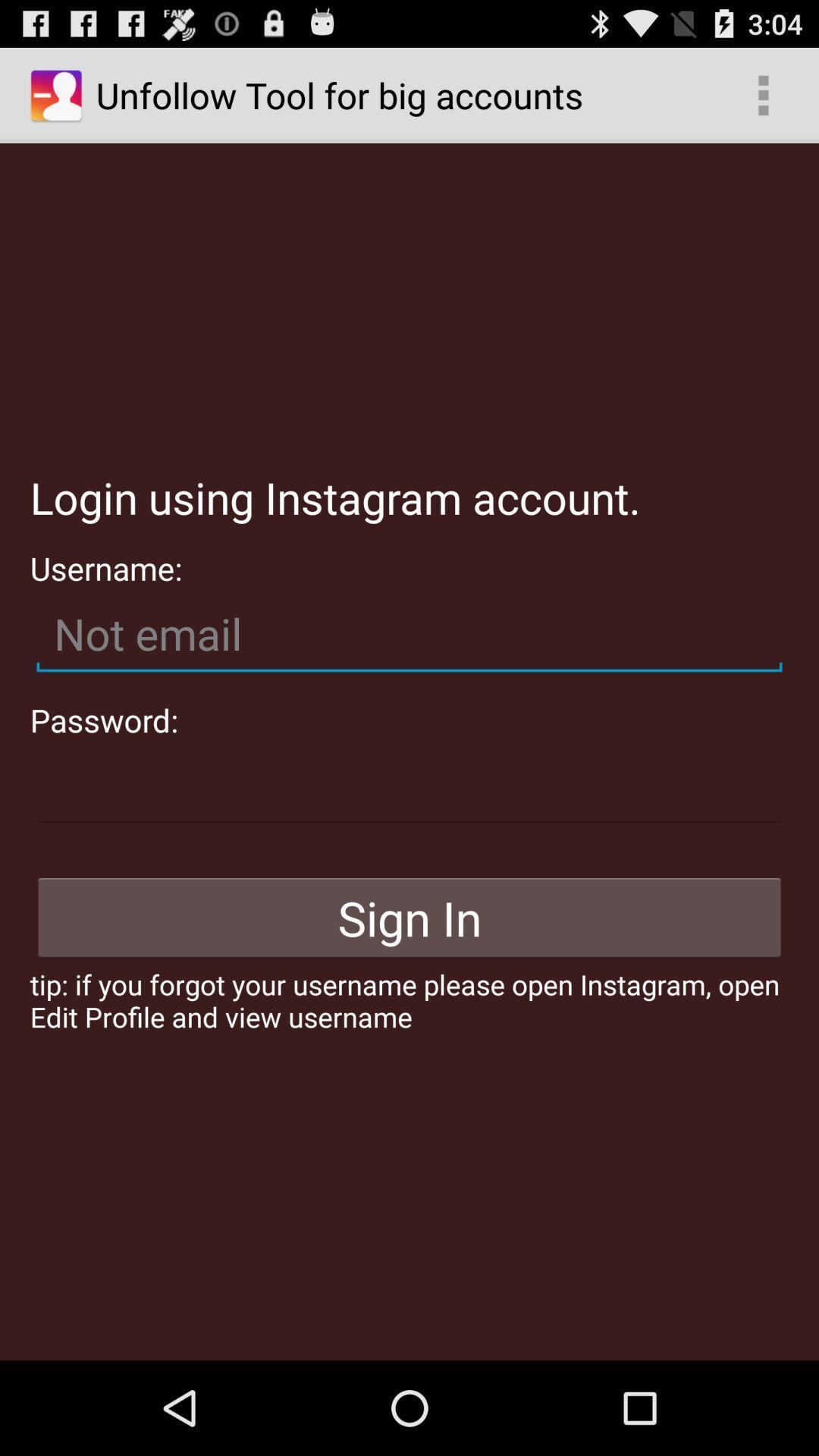 This screenshot has width=819, height=1456. Describe the element at coordinates (409, 786) in the screenshot. I see `password` at that location.